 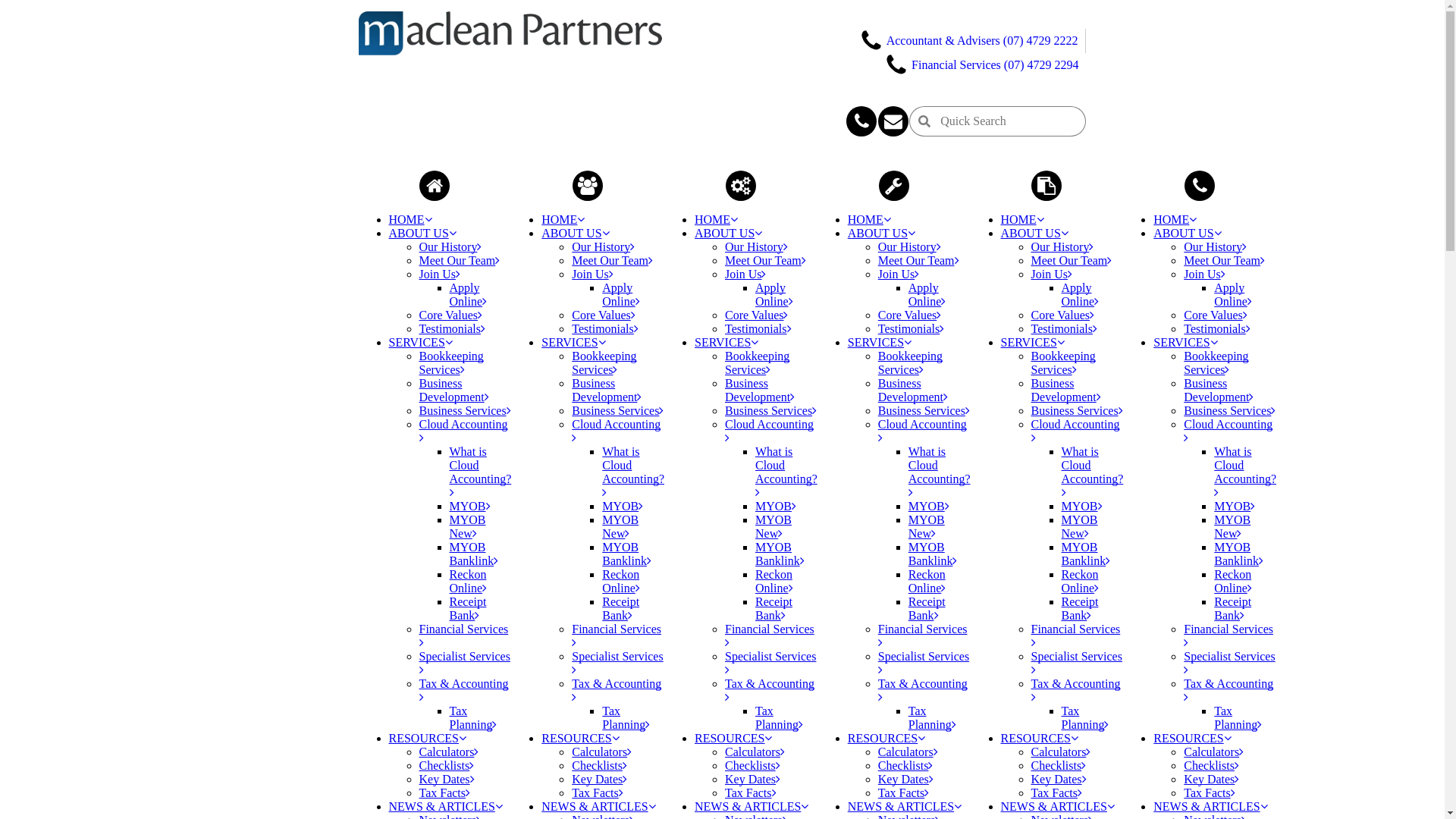 What do you see at coordinates (1219, 389) in the screenshot?
I see `'Business Development'` at bounding box center [1219, 389].